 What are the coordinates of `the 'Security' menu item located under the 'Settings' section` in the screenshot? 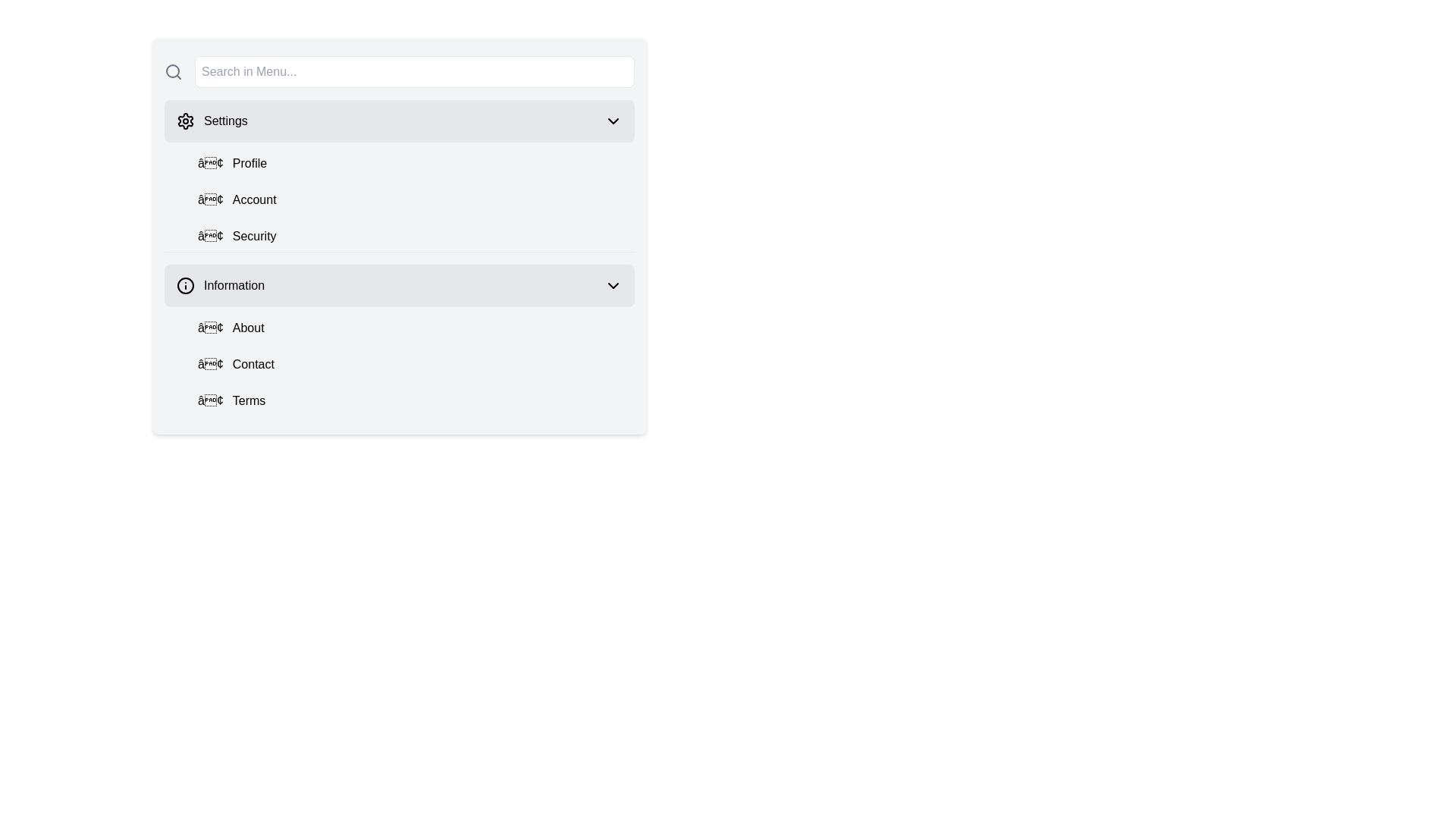 It's located at (400, 237).